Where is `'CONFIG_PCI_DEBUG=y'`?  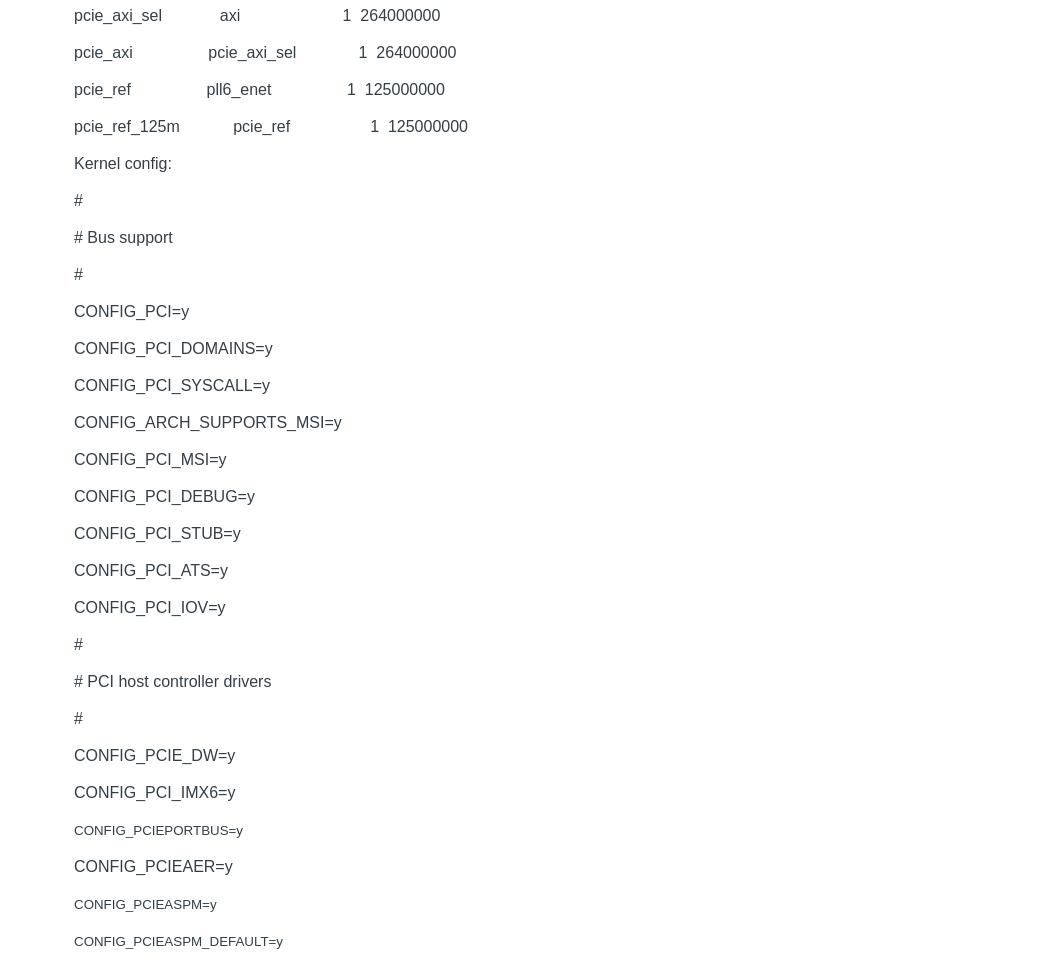
'CONFIG_PCI_DEBUG=y' is located at coordinates (164, 496).